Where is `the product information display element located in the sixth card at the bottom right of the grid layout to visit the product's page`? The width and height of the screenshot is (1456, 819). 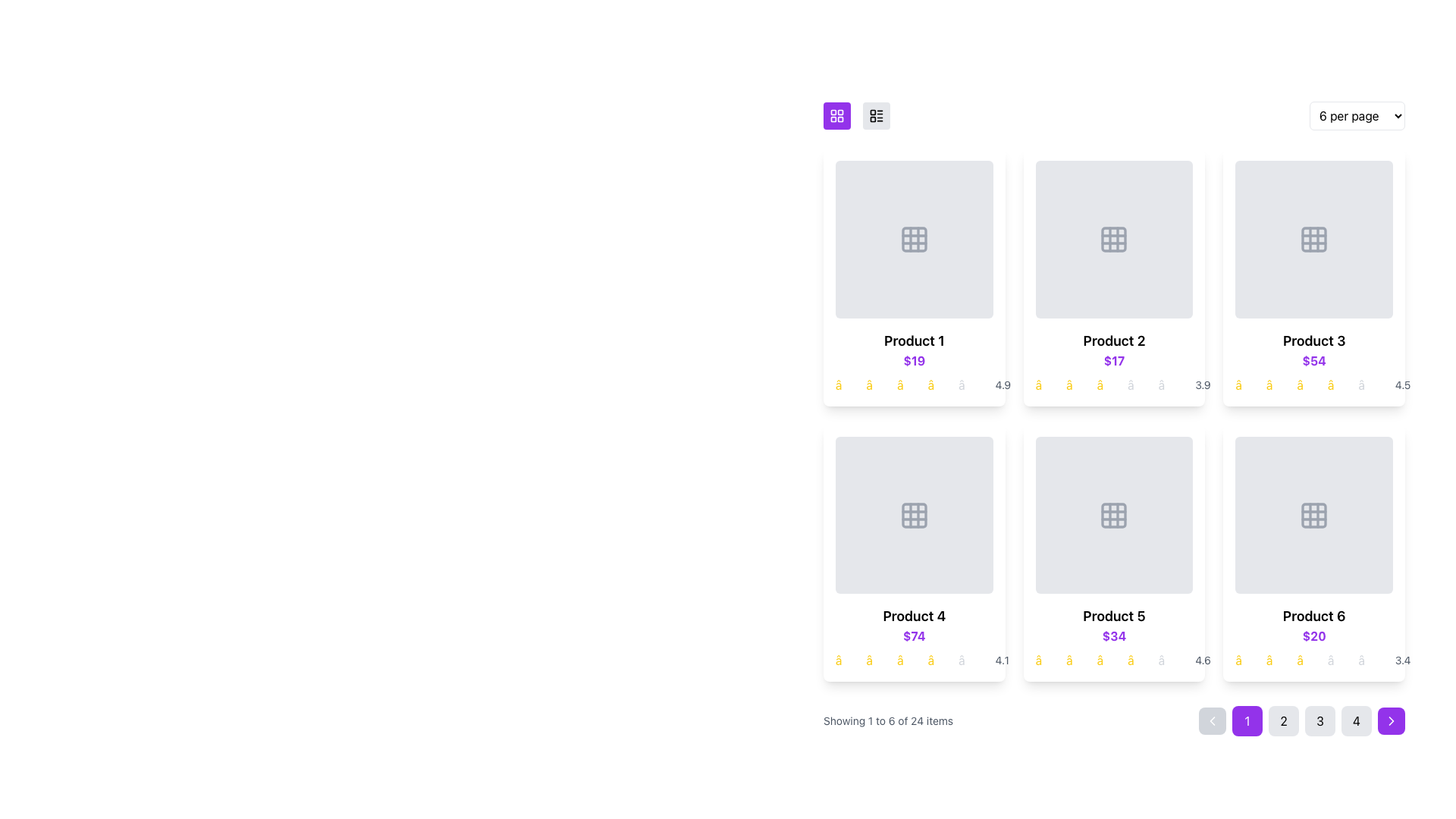
the product information display element located in the sixth card at the bottom right of the grid layout to visit the product's page is located at coordinates (1313, 638).